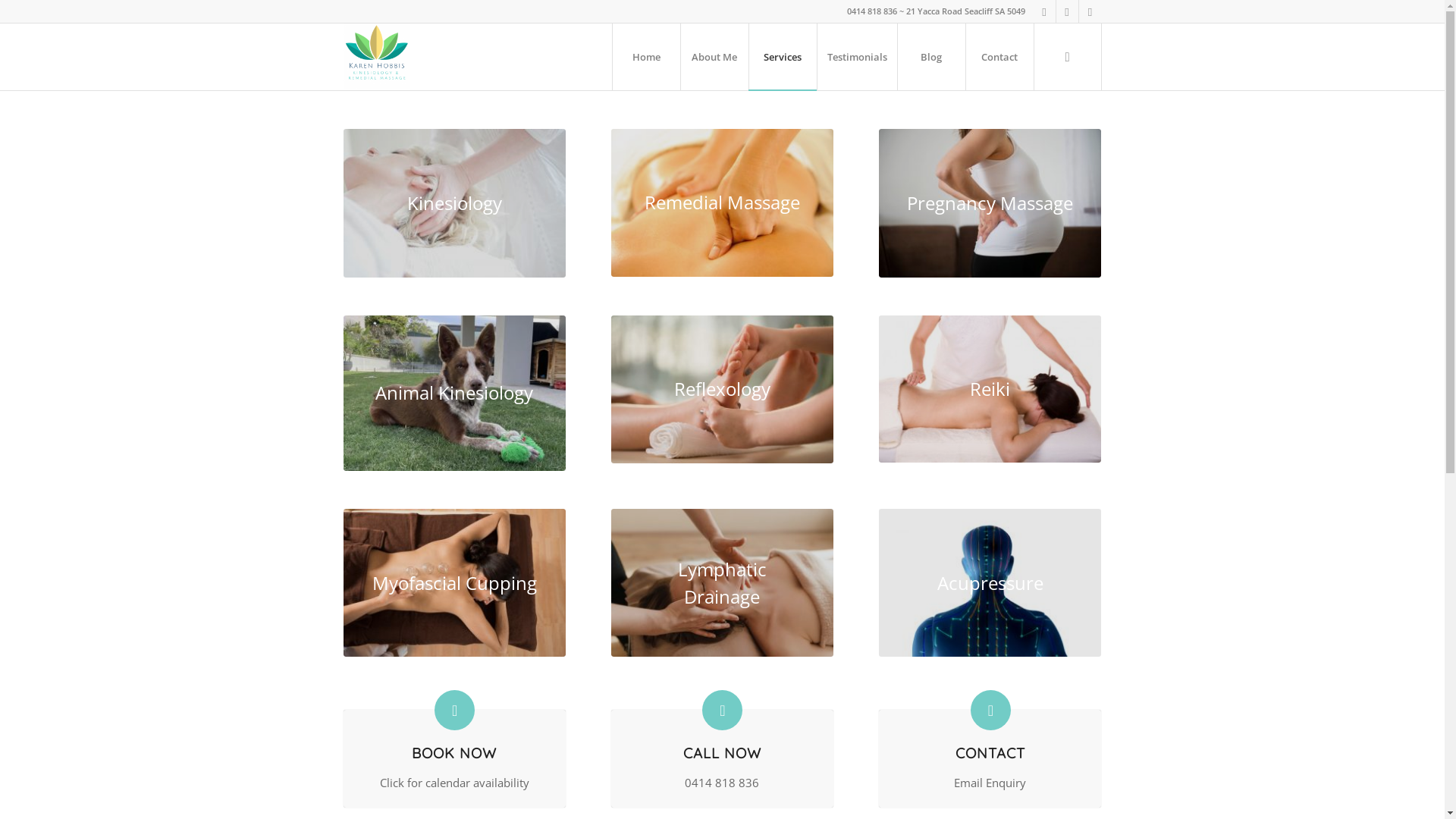  I want to click on 'Reflexology', so click(721, 388).